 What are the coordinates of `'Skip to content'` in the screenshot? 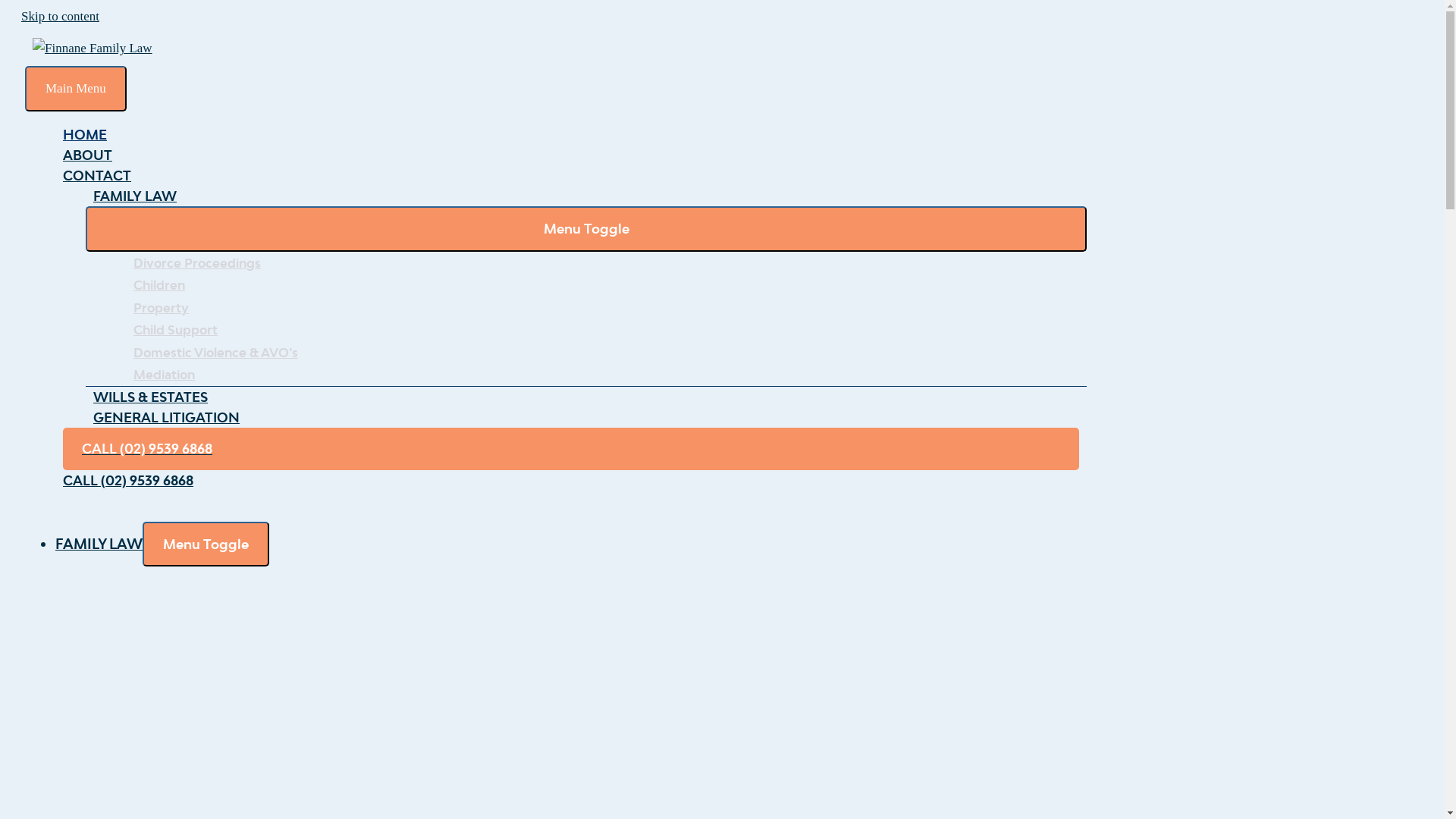 It's located at (21, 16).